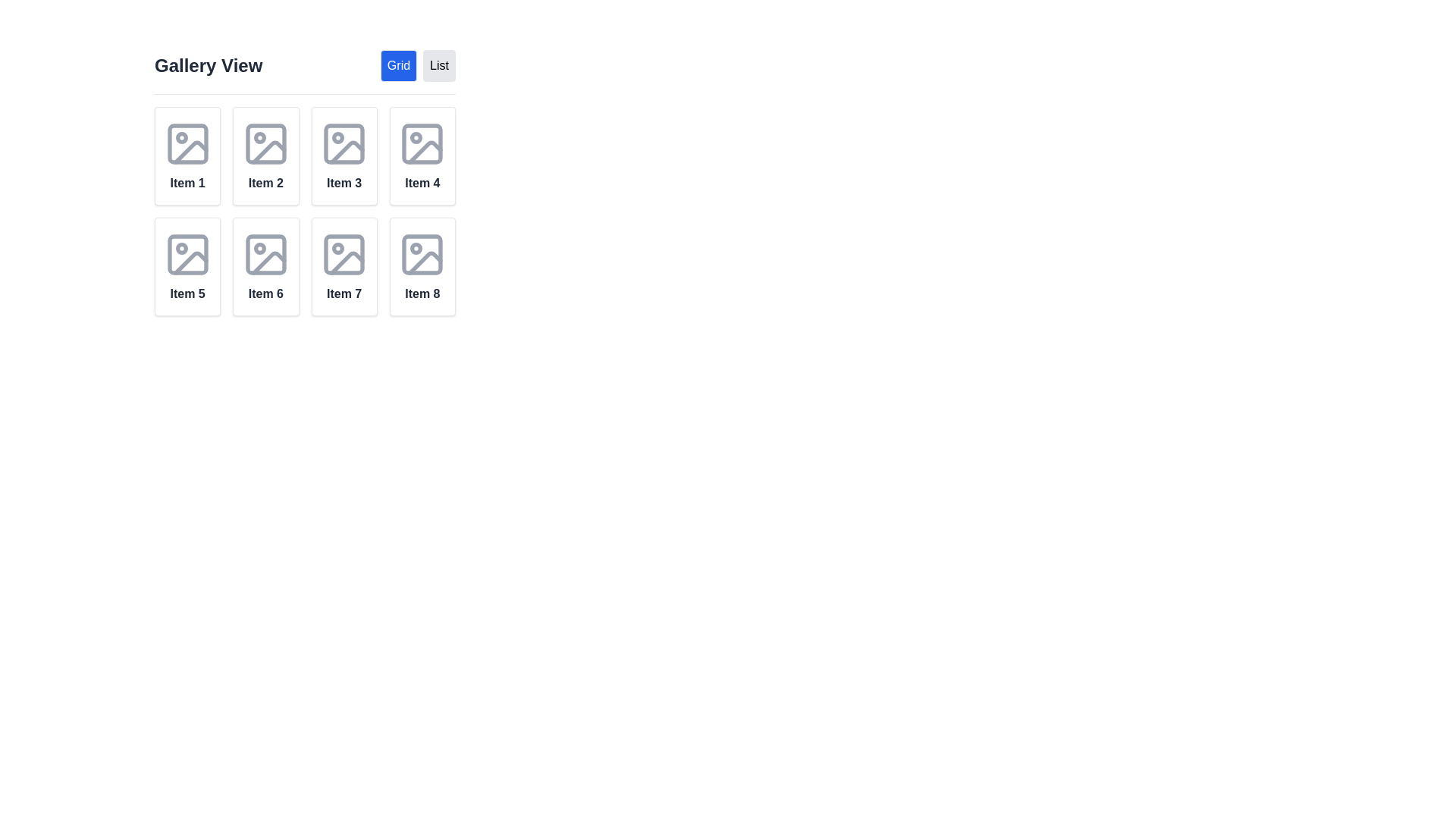  I want to click on the SVG circle element located inside the fourth grid cell of the gallery layout, which serves as a visual indicator in the image icon, so click(416, 137).